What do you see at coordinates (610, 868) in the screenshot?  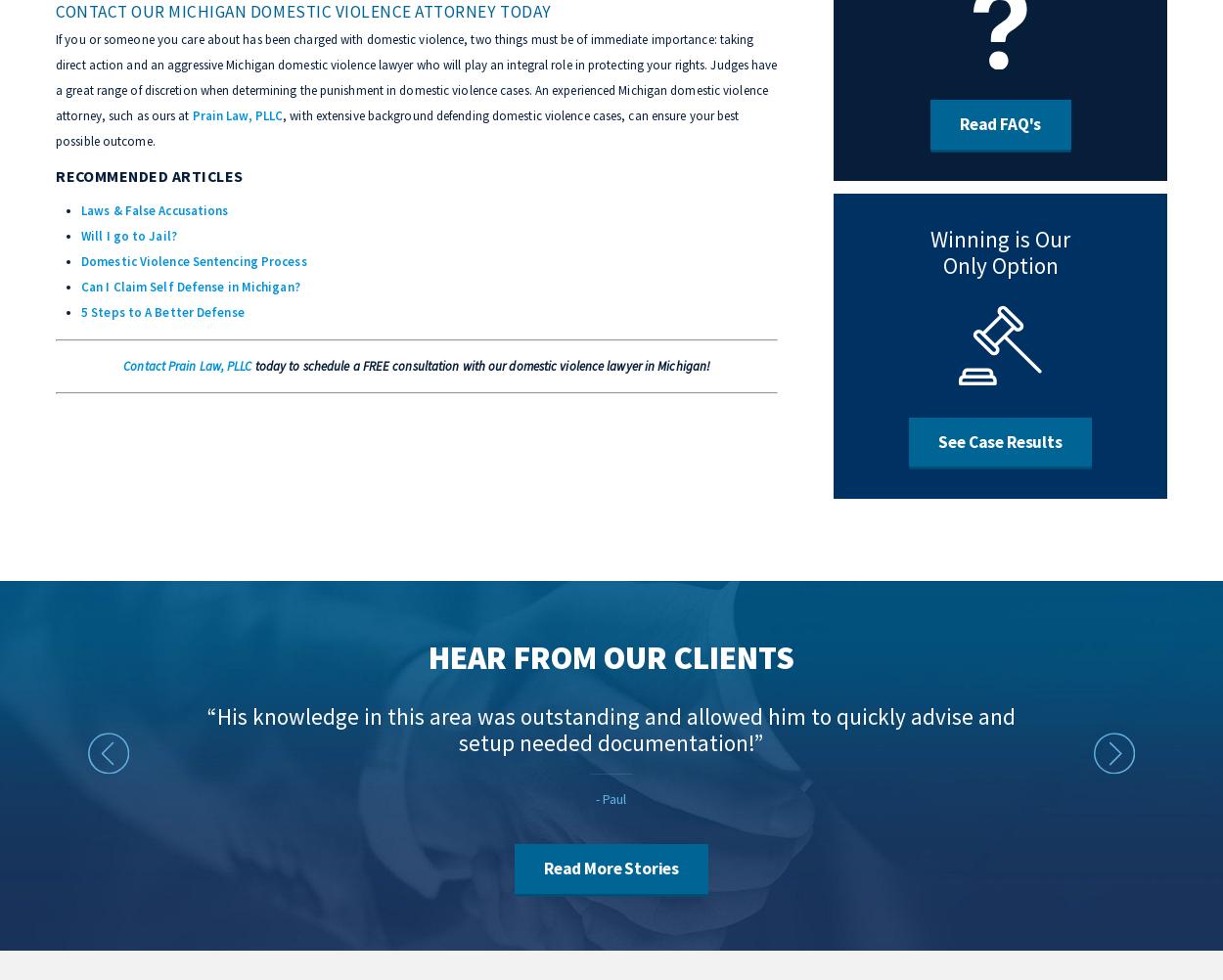 I see `'Read More Stories'` at bounding box center [610, 868].